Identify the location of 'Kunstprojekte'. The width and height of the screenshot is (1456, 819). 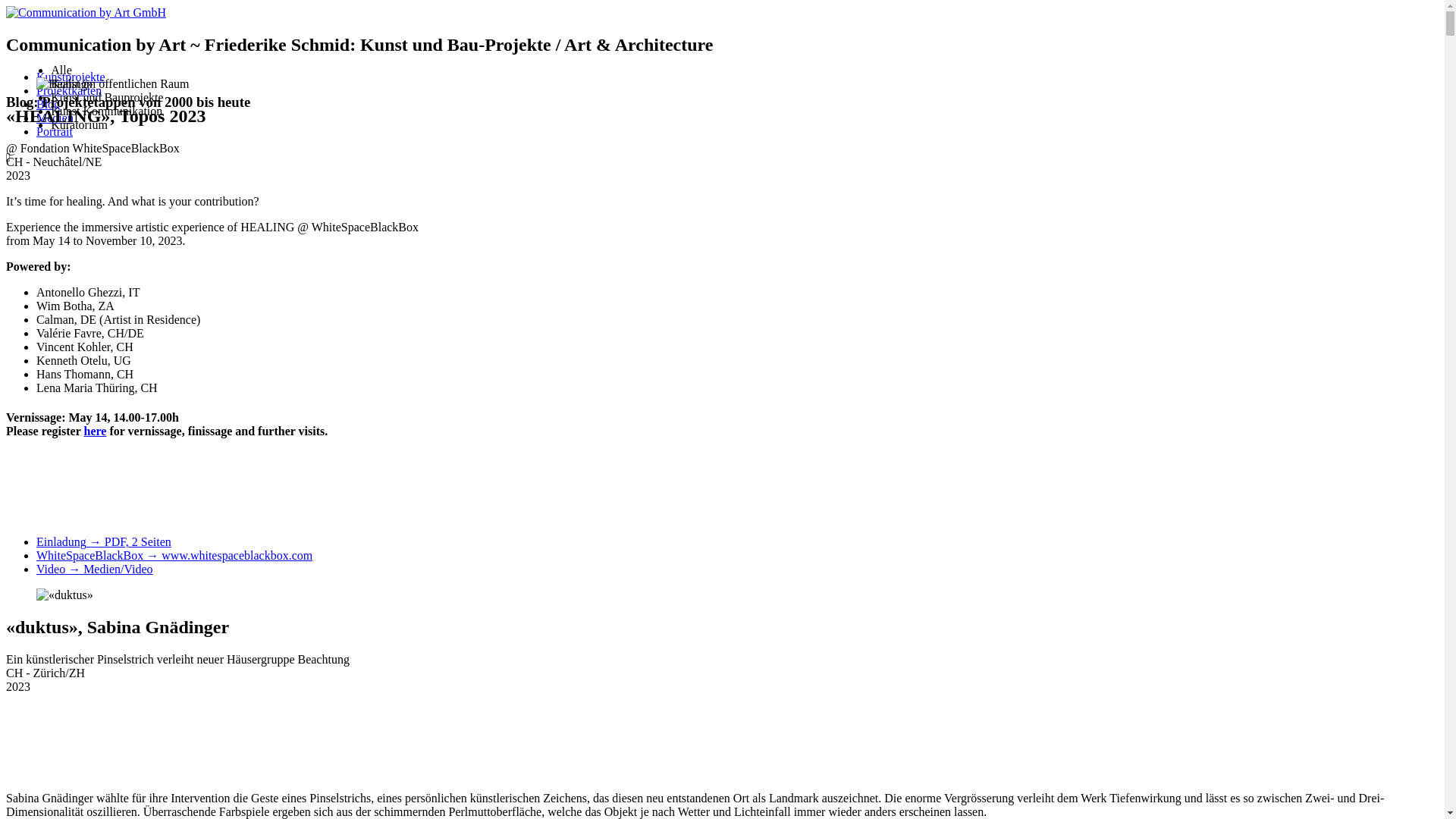
(70, 77).